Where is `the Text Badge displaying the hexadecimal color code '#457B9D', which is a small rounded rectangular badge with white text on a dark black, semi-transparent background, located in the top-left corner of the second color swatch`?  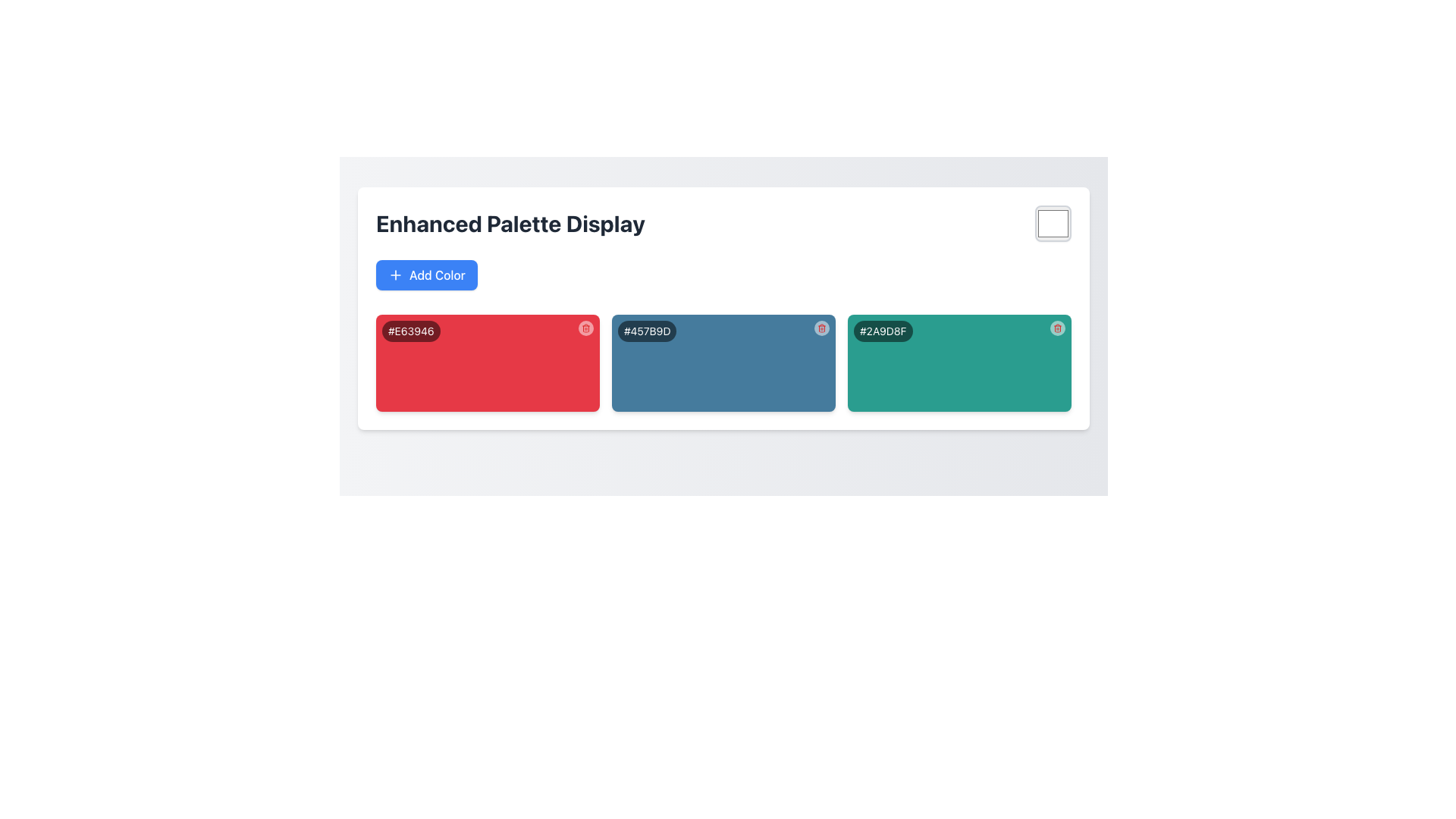
the Text Badge displaying the hexadecimal color code '#457B9D', which is a small rounded rectangular badge with white text on a dark black, semi-transparent background, located in the top-left corner of the second color swatch is located at coordinates (647, 330).